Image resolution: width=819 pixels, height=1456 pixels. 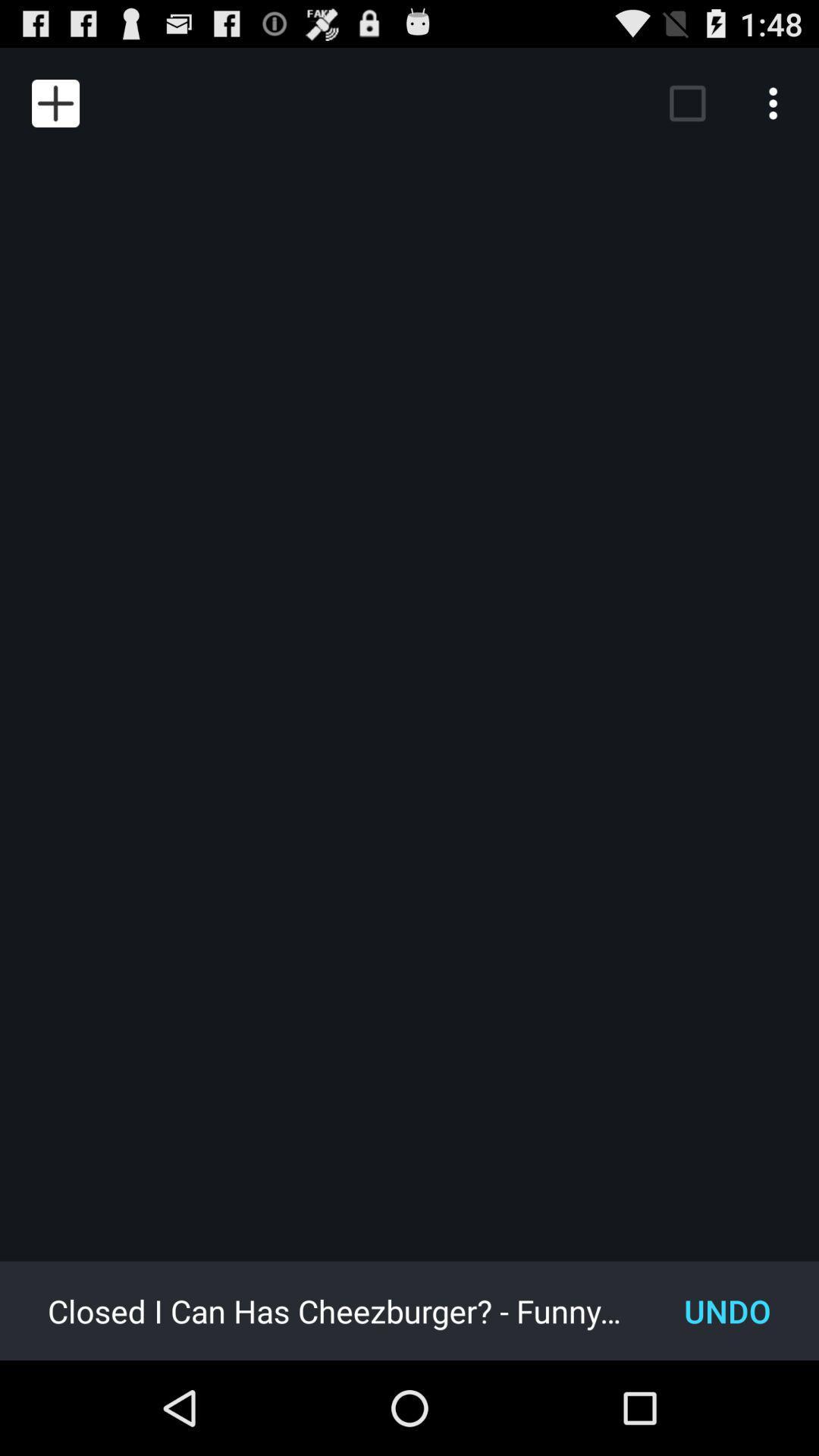 I want to click on the item to the right of the closed i can item, so click(x=726, y=1310).